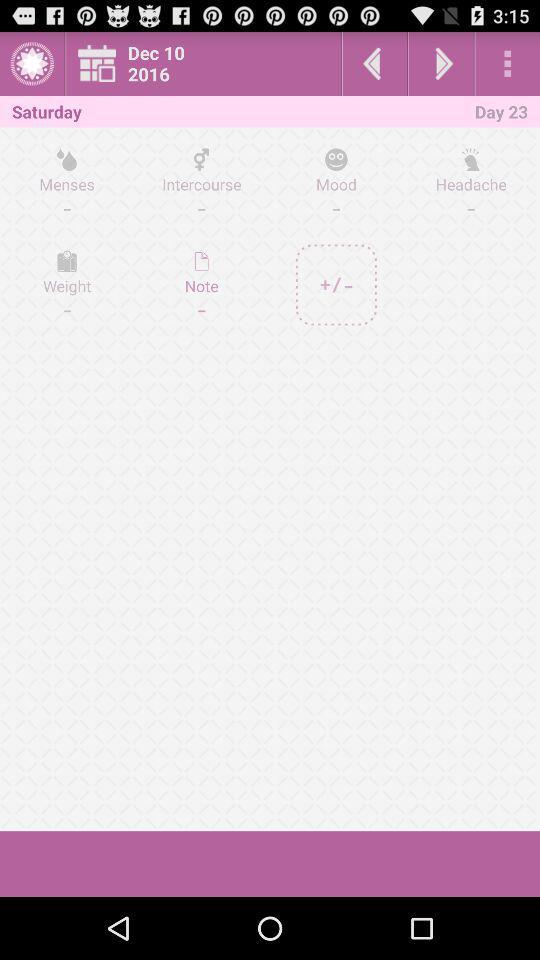  What do you see at coordinates (336, 284) in the screenshot?
I see `item next to the note` at bounding box center [336, 284].